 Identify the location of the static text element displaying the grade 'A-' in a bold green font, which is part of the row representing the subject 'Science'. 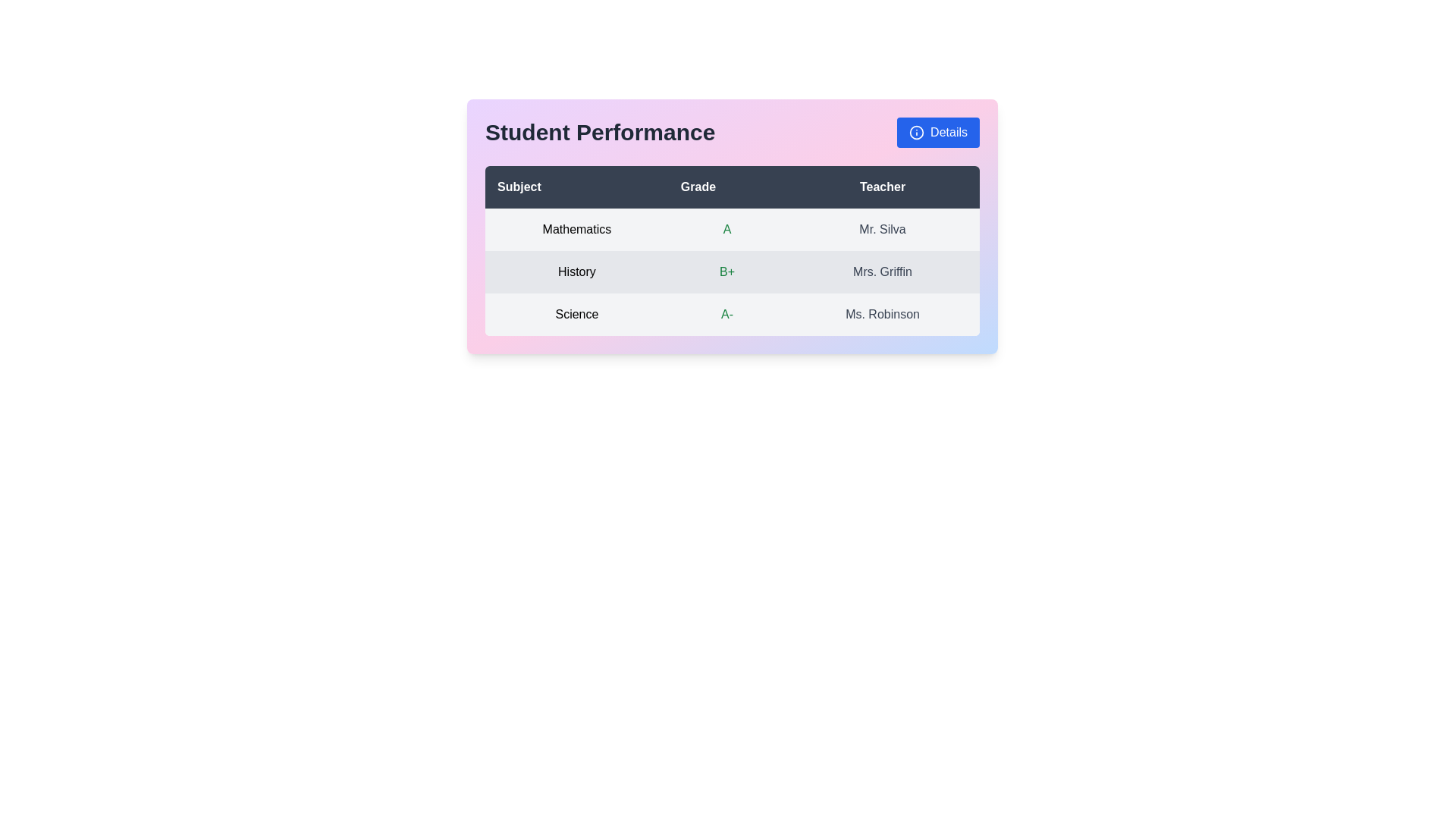
(726, 314).